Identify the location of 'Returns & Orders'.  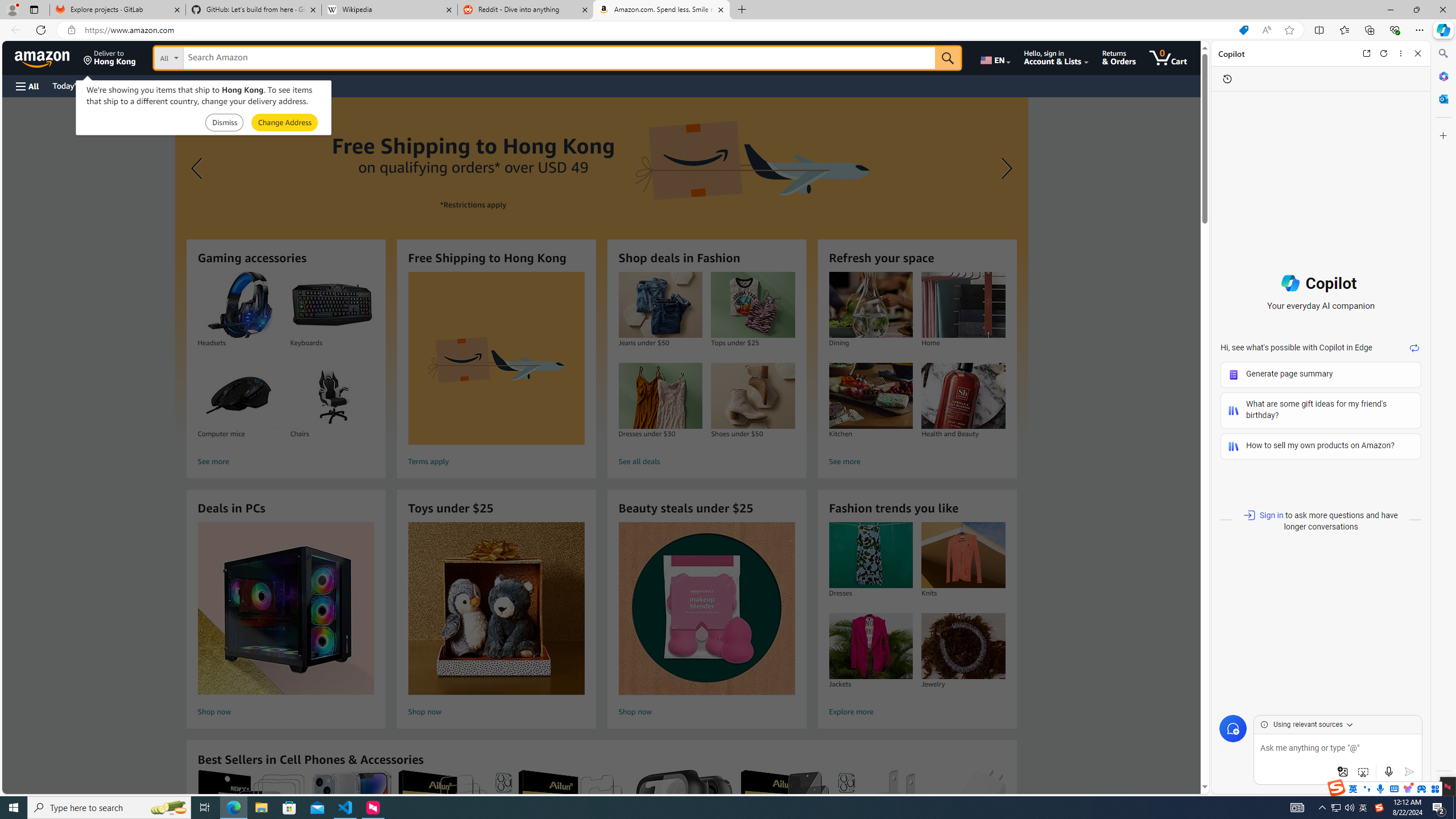
(1119, 57).